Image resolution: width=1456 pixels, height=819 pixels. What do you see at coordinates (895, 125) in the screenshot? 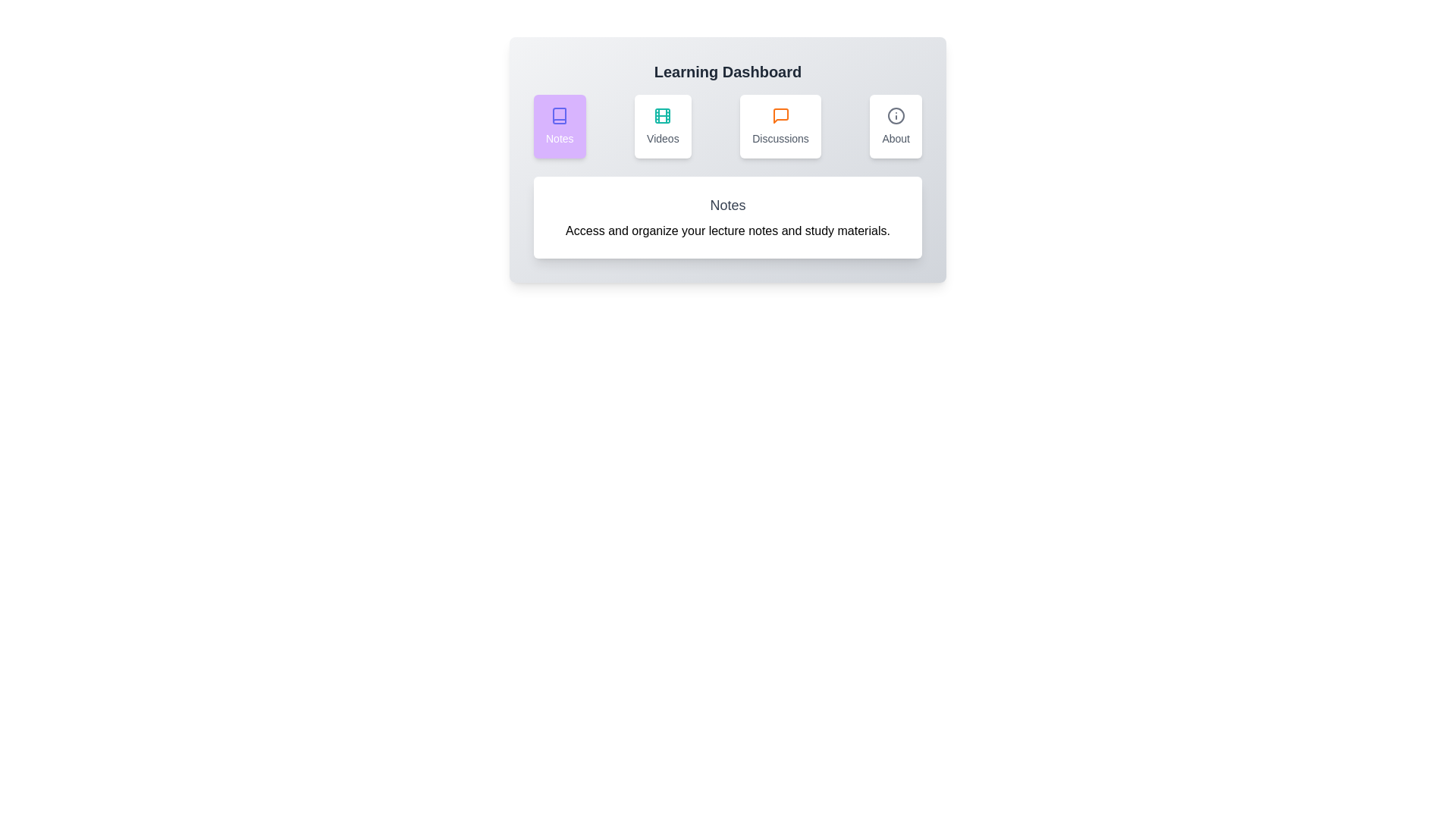
I see `the About tab by clicking on its corresponding button` at bounding box center [895, 125].